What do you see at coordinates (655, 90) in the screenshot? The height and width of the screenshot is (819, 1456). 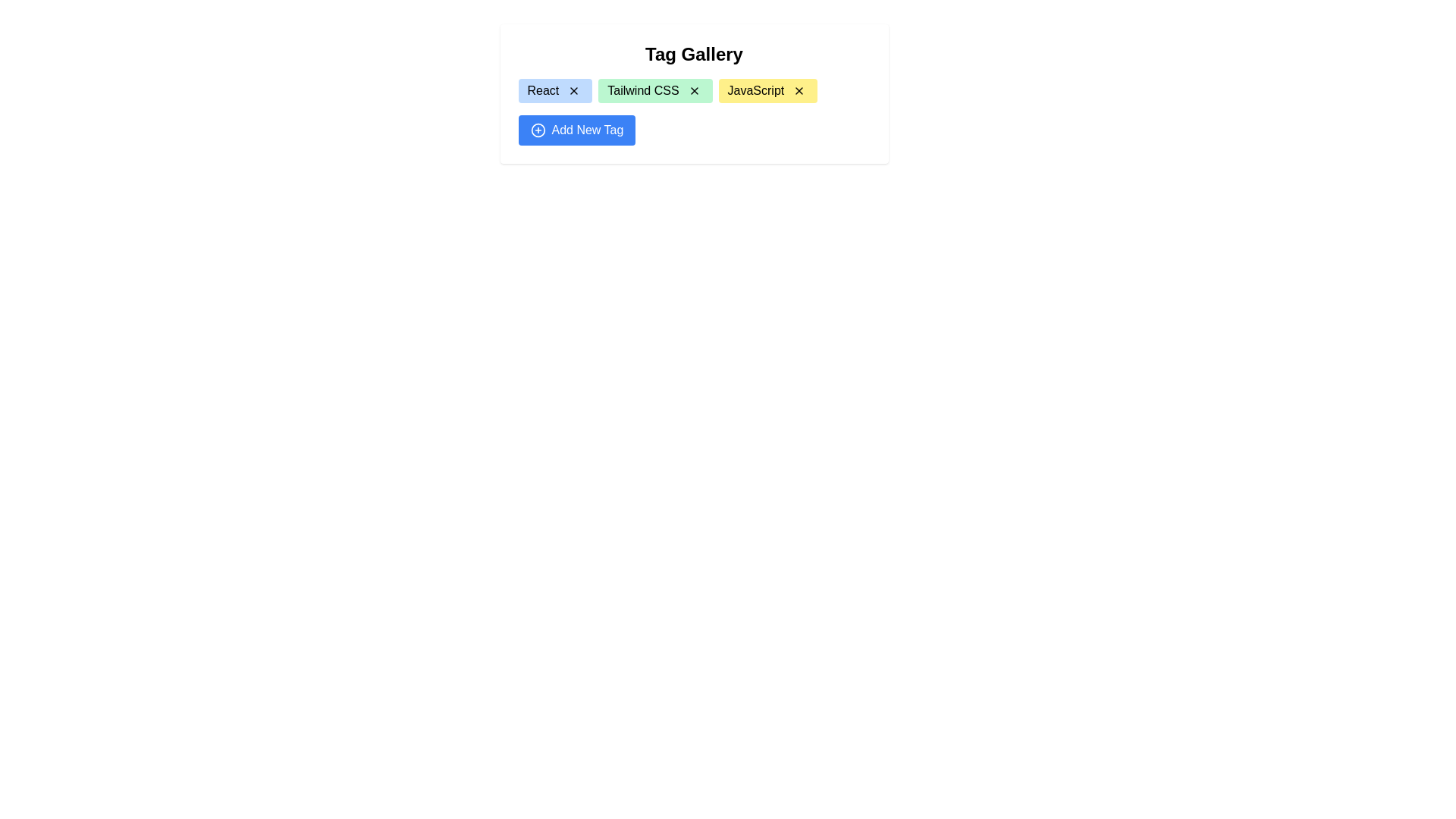 I see `the 'Tailwind CSS' tag badge, which includes a remove button represented by an 'X' icon, positioned between the 'React' and 'JavaScript' badges` at bounding box center [655, 90].